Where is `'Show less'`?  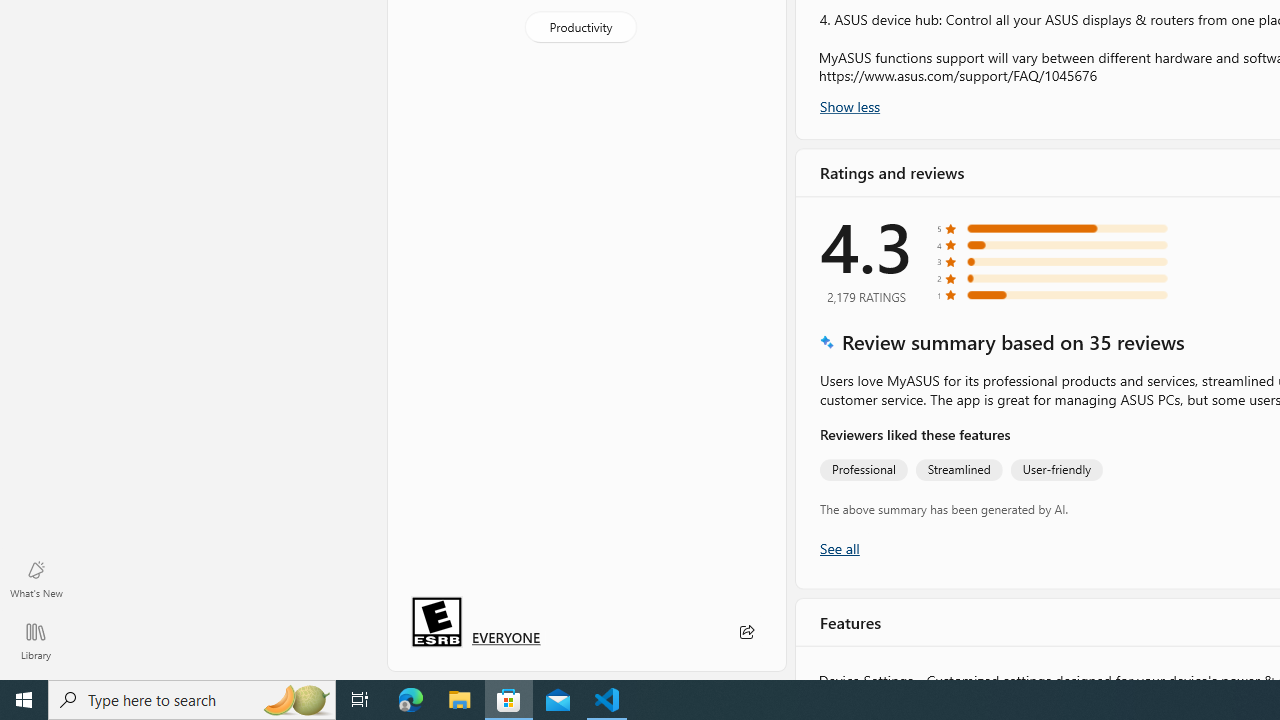 'Show less' is located at coordinates (850, 104).